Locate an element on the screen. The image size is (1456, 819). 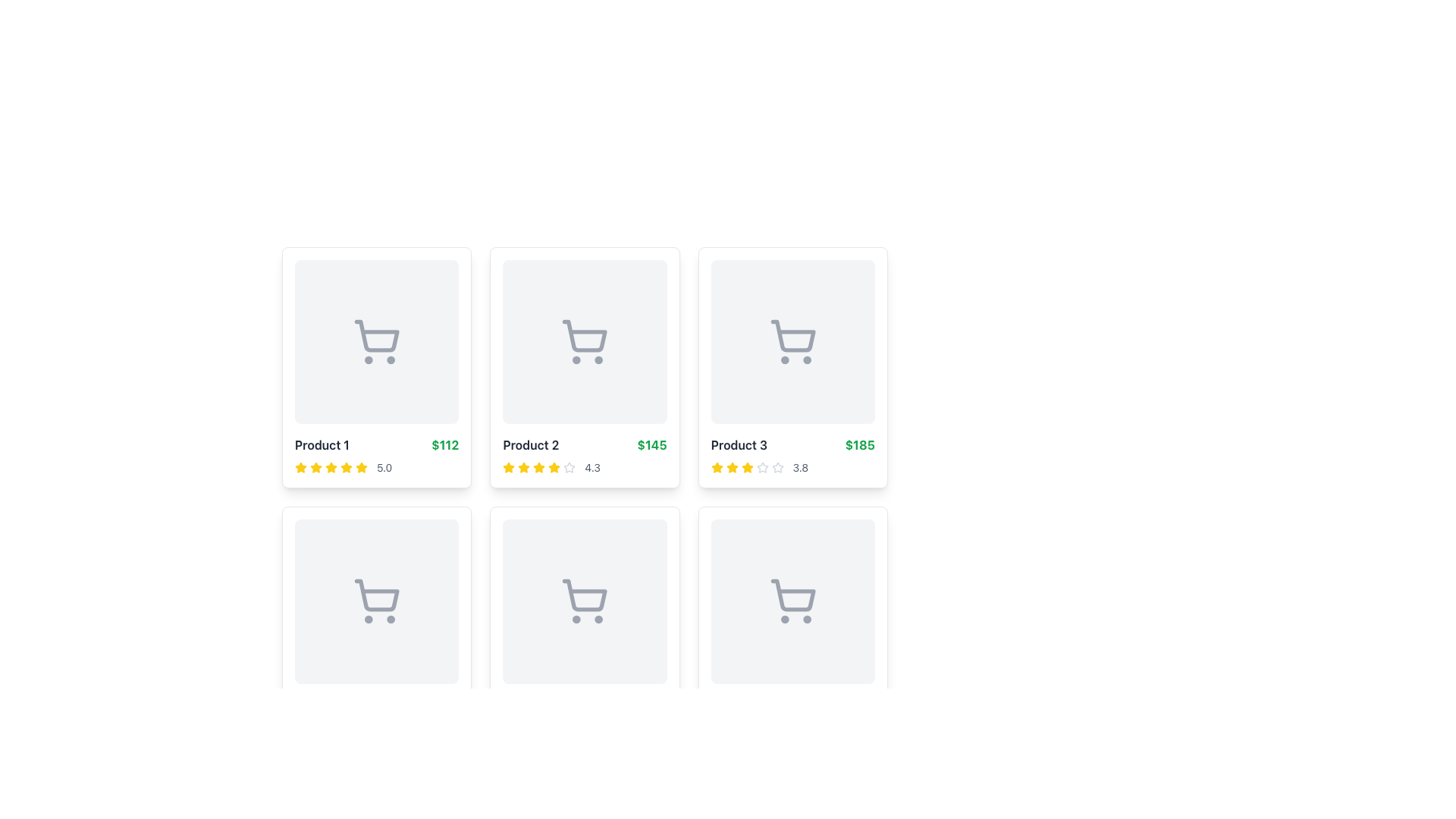
the product card component for 'Product 3', which features a gray shopping cart icon, the text 'Product 3' in bold dark gray, a price of '$185' in green, and a rating of 3.8 with yellow stars is located at coordinates (792, 368).